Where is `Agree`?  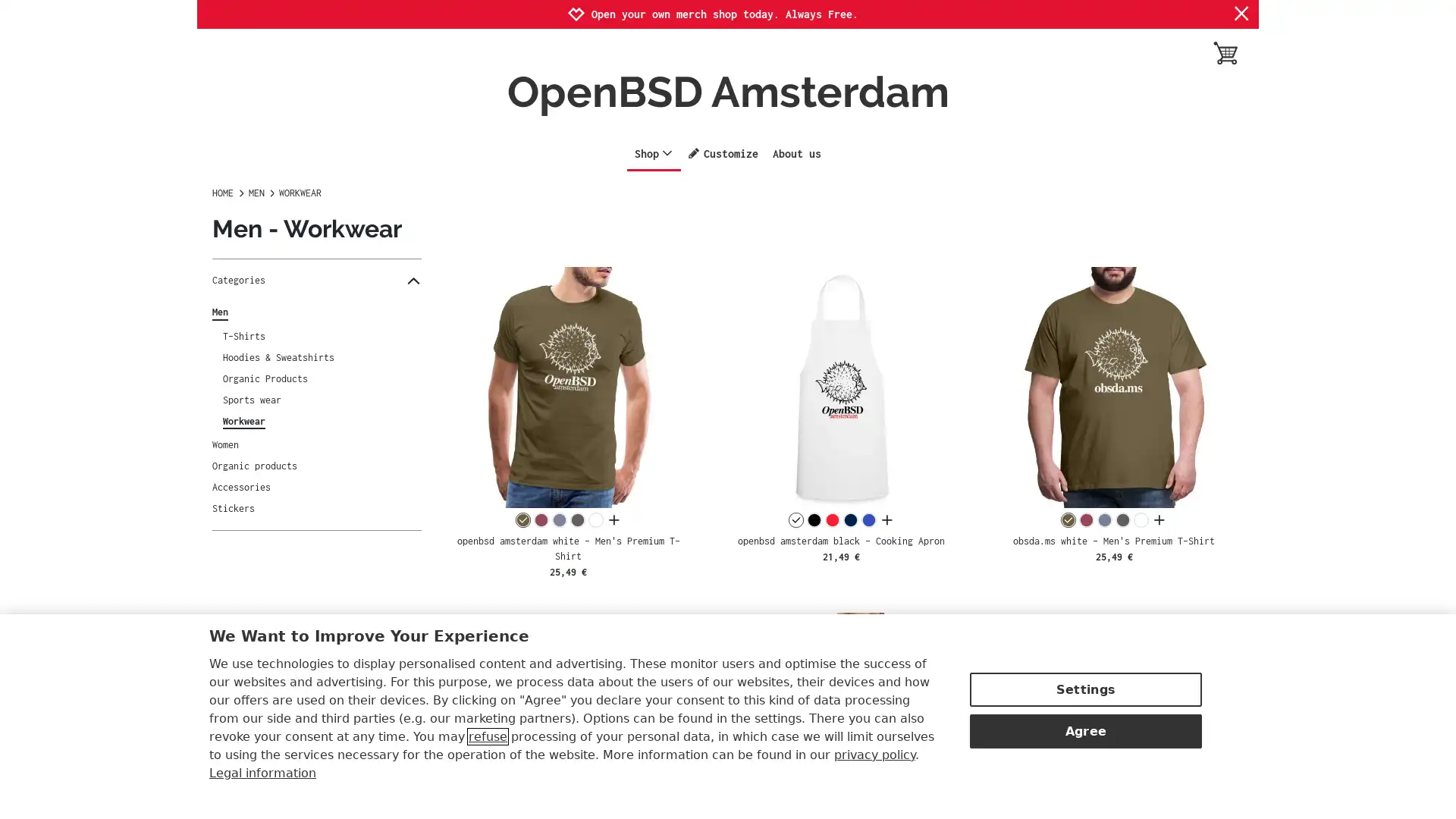
Agree is located at coordinates (1084, 730).